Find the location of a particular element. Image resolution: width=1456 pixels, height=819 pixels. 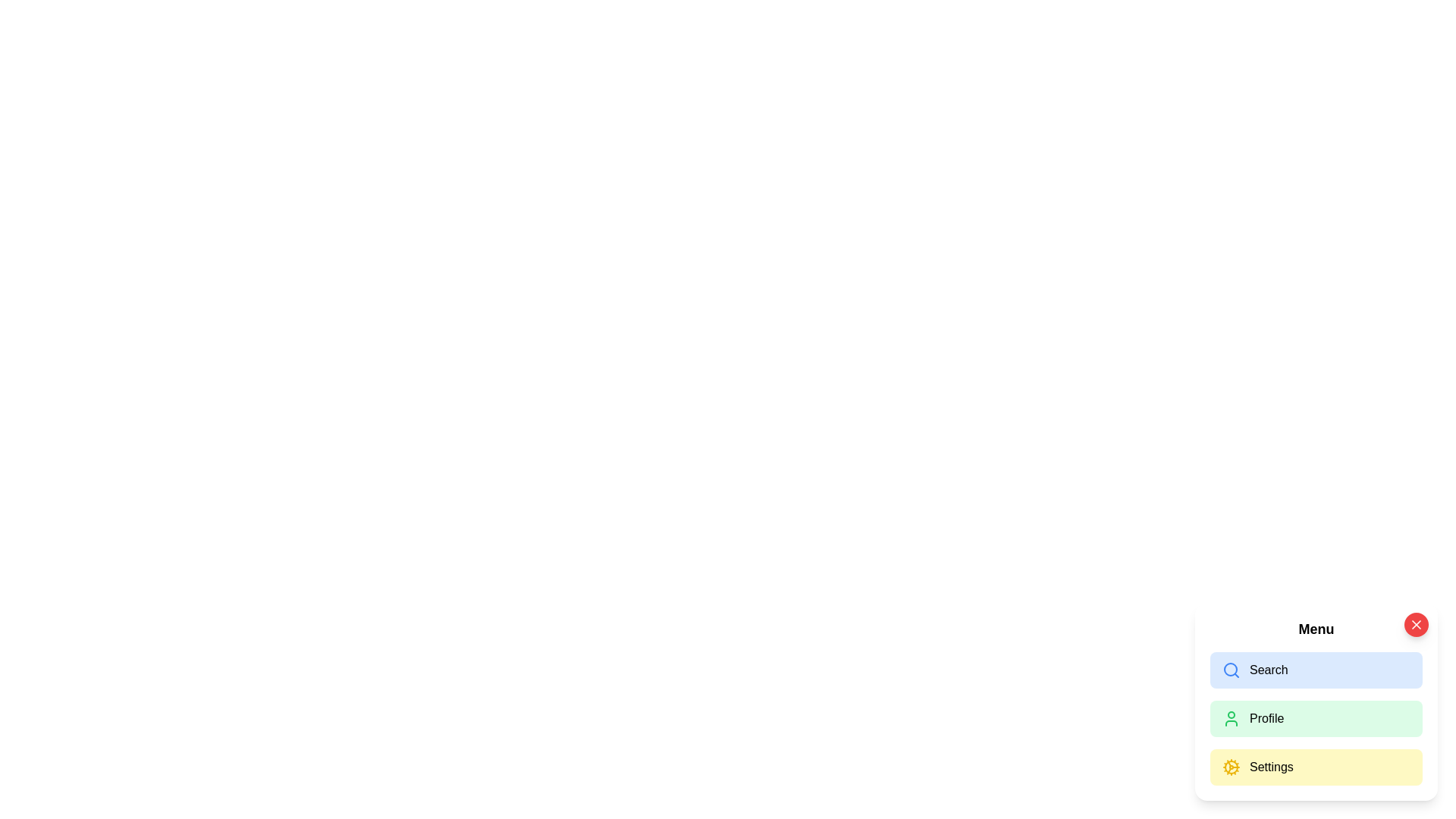

the close button located at the top-right corner of the menu card to change its color is located at coordinates (1415, 625).